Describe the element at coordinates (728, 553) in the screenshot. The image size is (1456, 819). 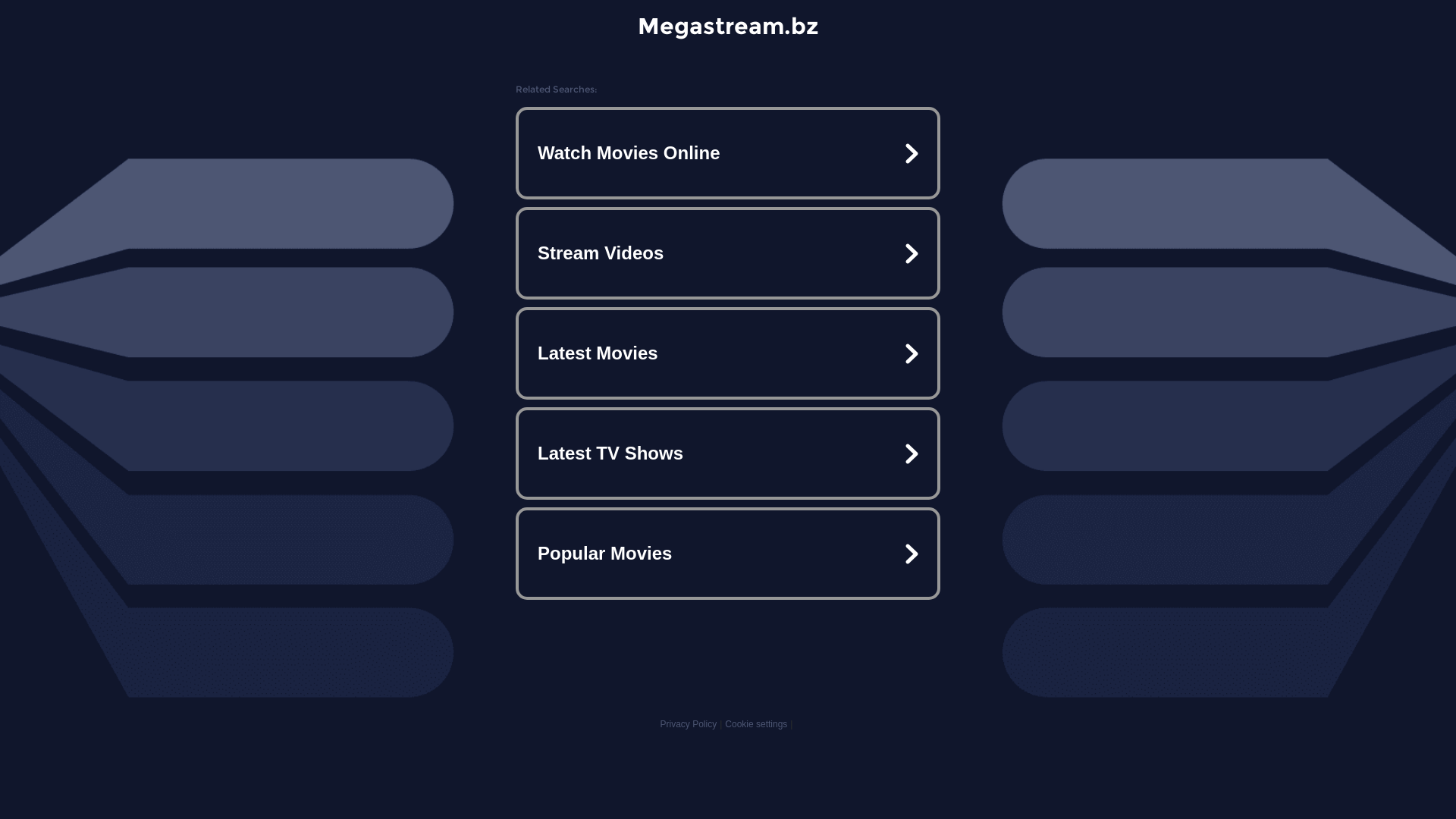
I see `'Popular Movies'` at that location.